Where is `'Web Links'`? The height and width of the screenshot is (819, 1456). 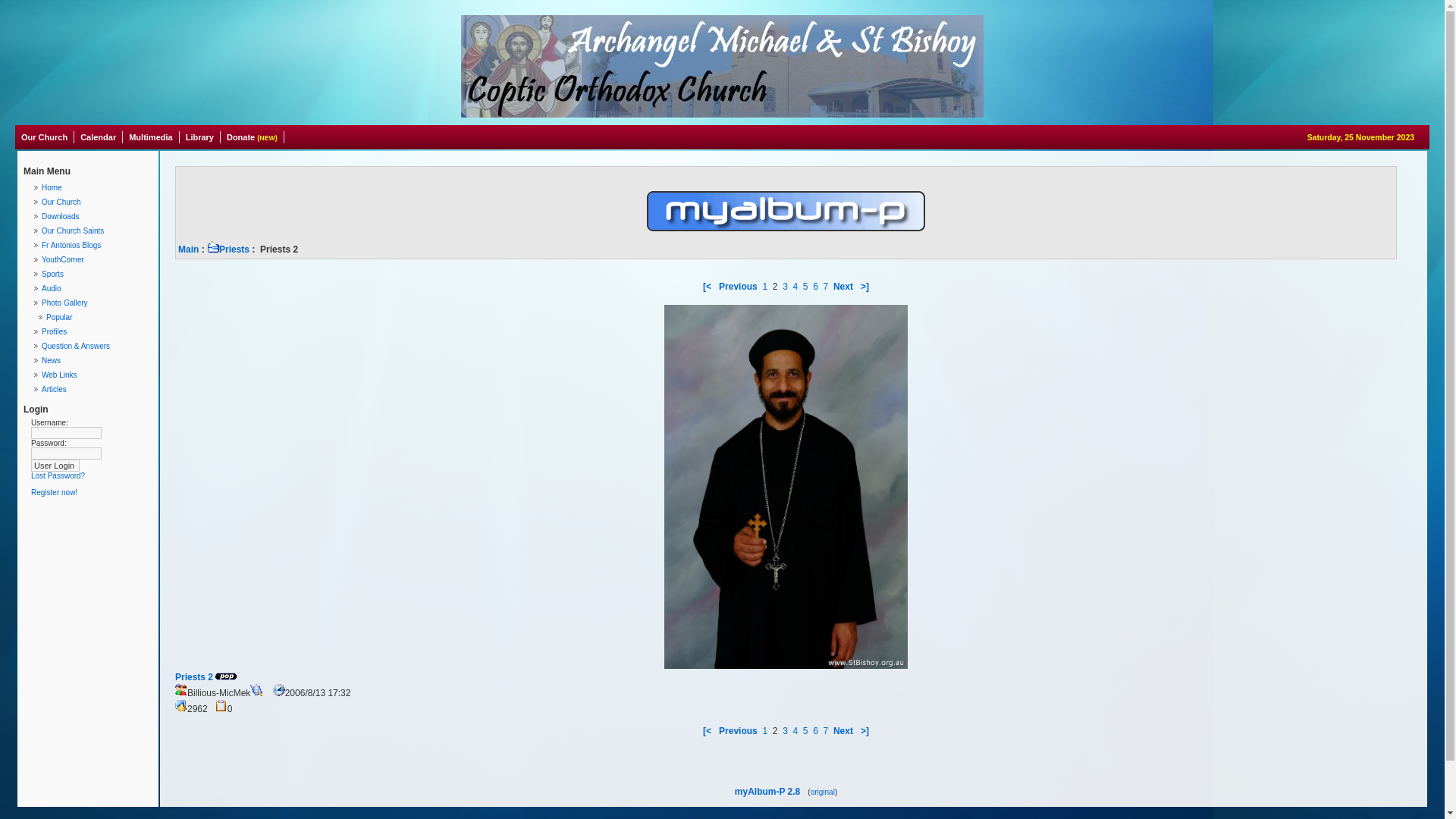
'Web Links' is located at coordinates (90, 375).